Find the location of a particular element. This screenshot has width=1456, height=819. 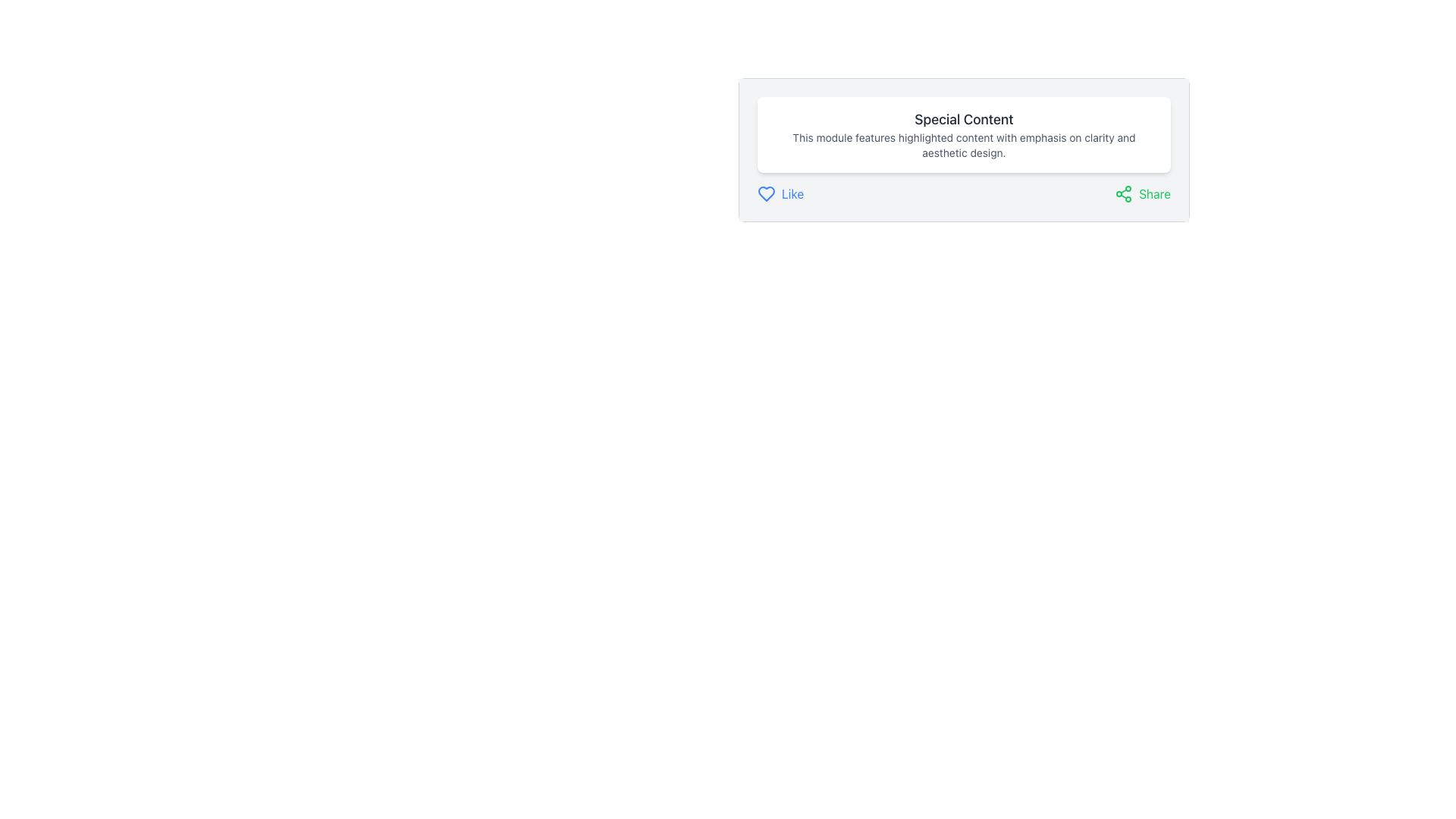

the 'Like' button located at the bottom-left corner of the 'Special Content' card is located at coordinates (780, 193).